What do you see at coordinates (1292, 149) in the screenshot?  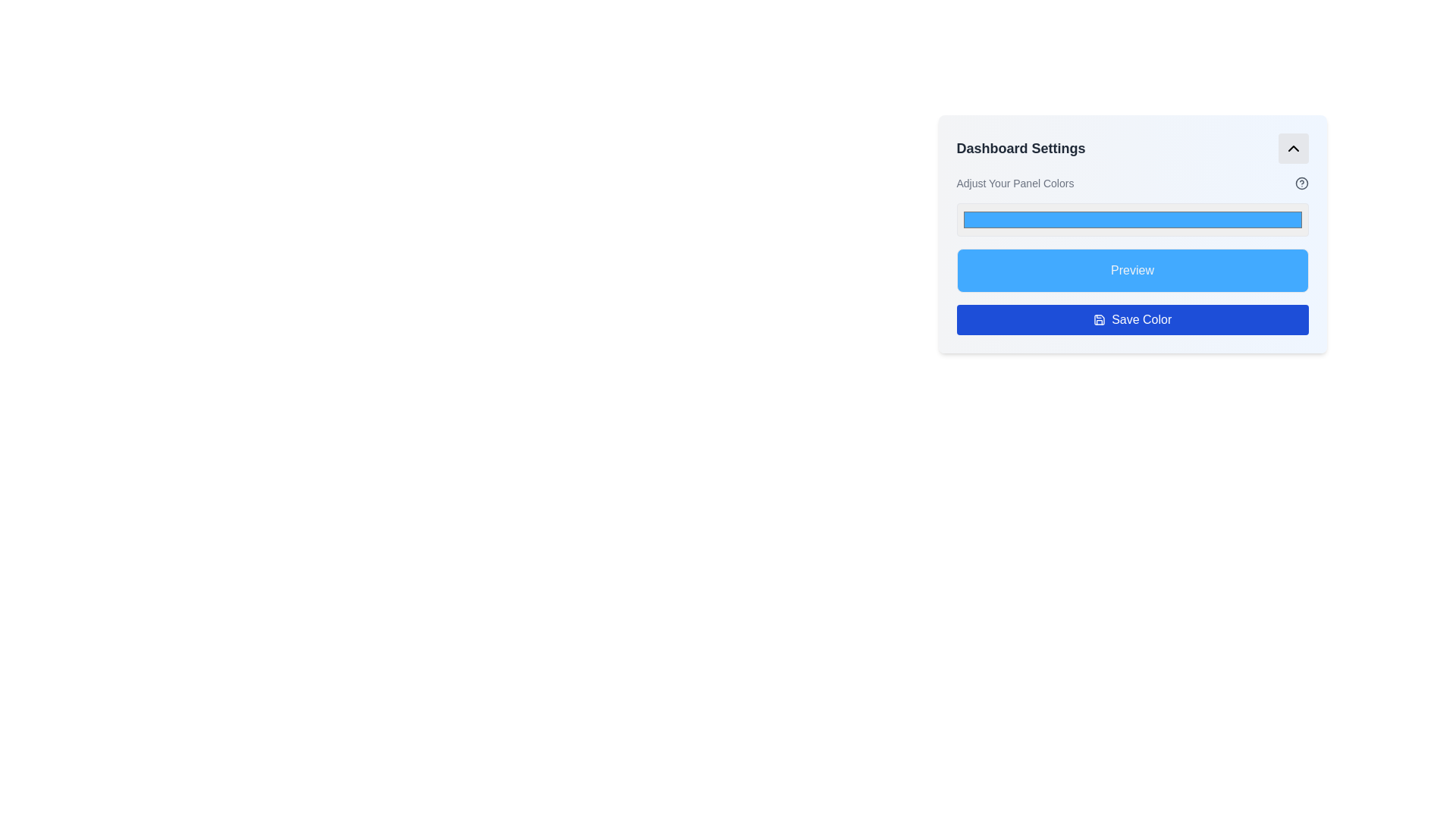 I see `the upward-pointing chevron icon within the button in the top right corner of the 'Dashboard Settings' card to receive interactivity feedback` at bounding box center [1292, 149].